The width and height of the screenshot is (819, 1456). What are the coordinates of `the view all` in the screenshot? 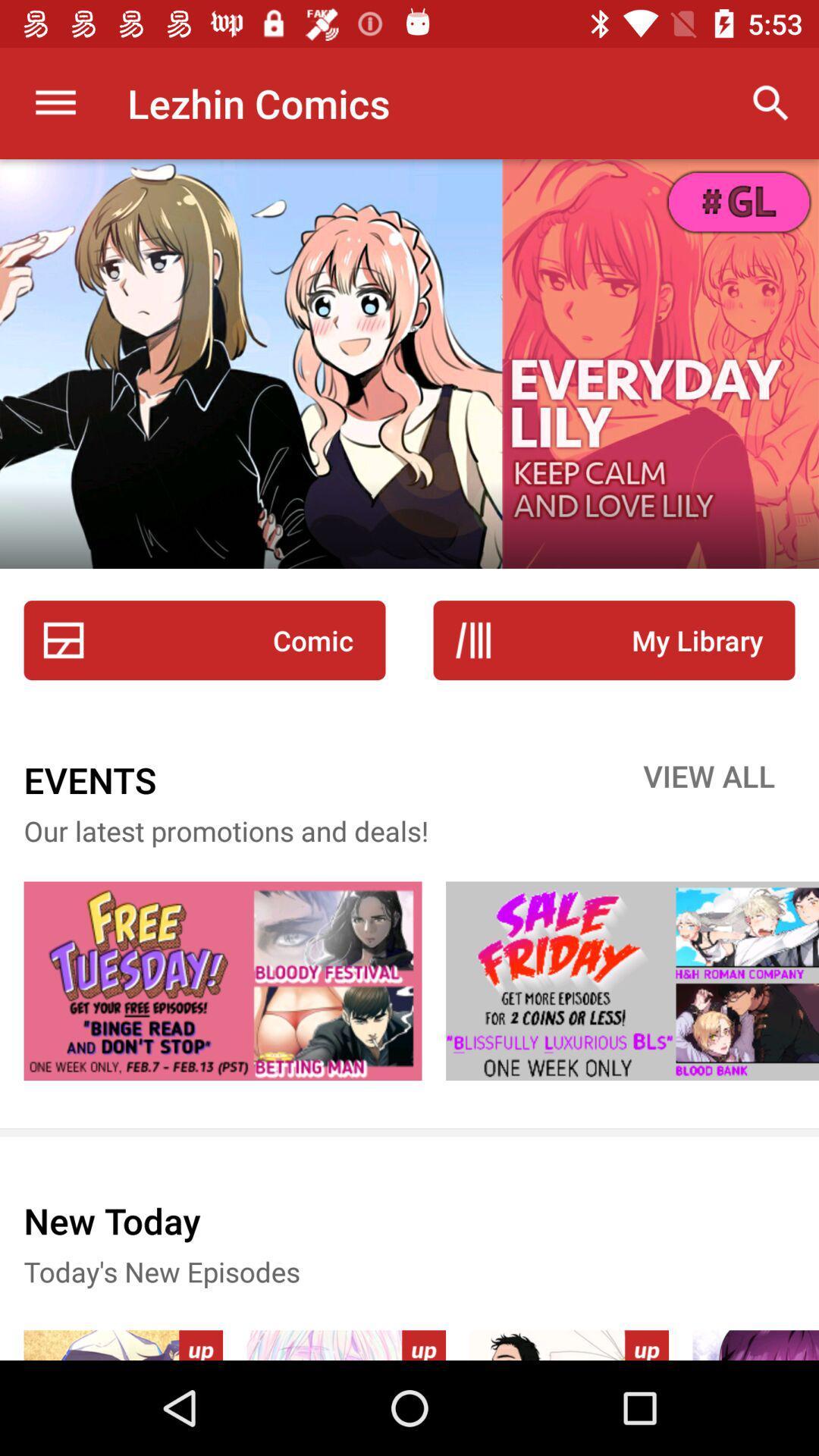 It's located at (709, 780).